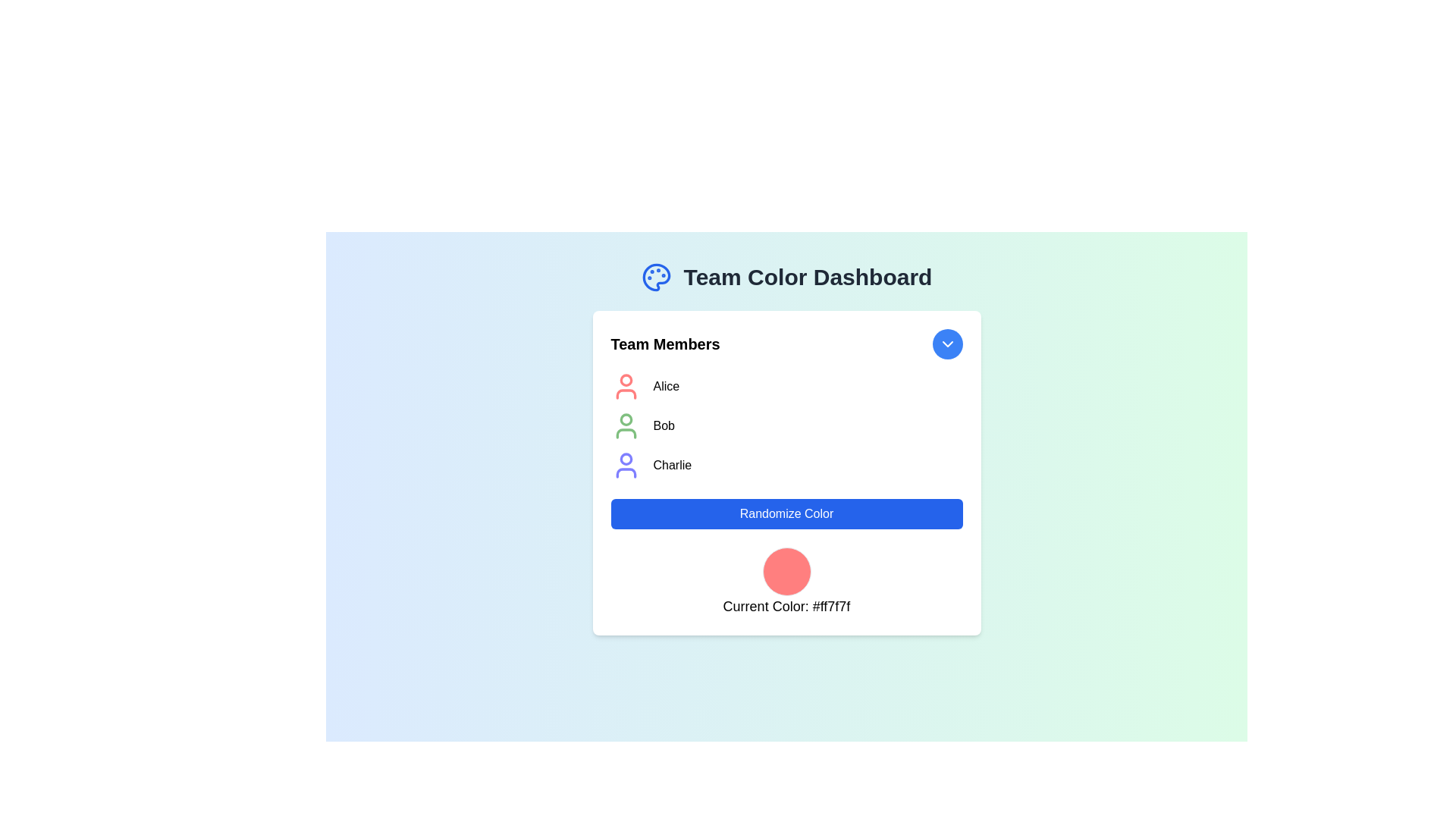  What do you see at coordinates (626, 394) in the screenshot?
I see `the red torso and lower portion of the human figure icon graphic situated beside the text 'Alice' in the 'Team Members' section` at bounding box center [626, 394].